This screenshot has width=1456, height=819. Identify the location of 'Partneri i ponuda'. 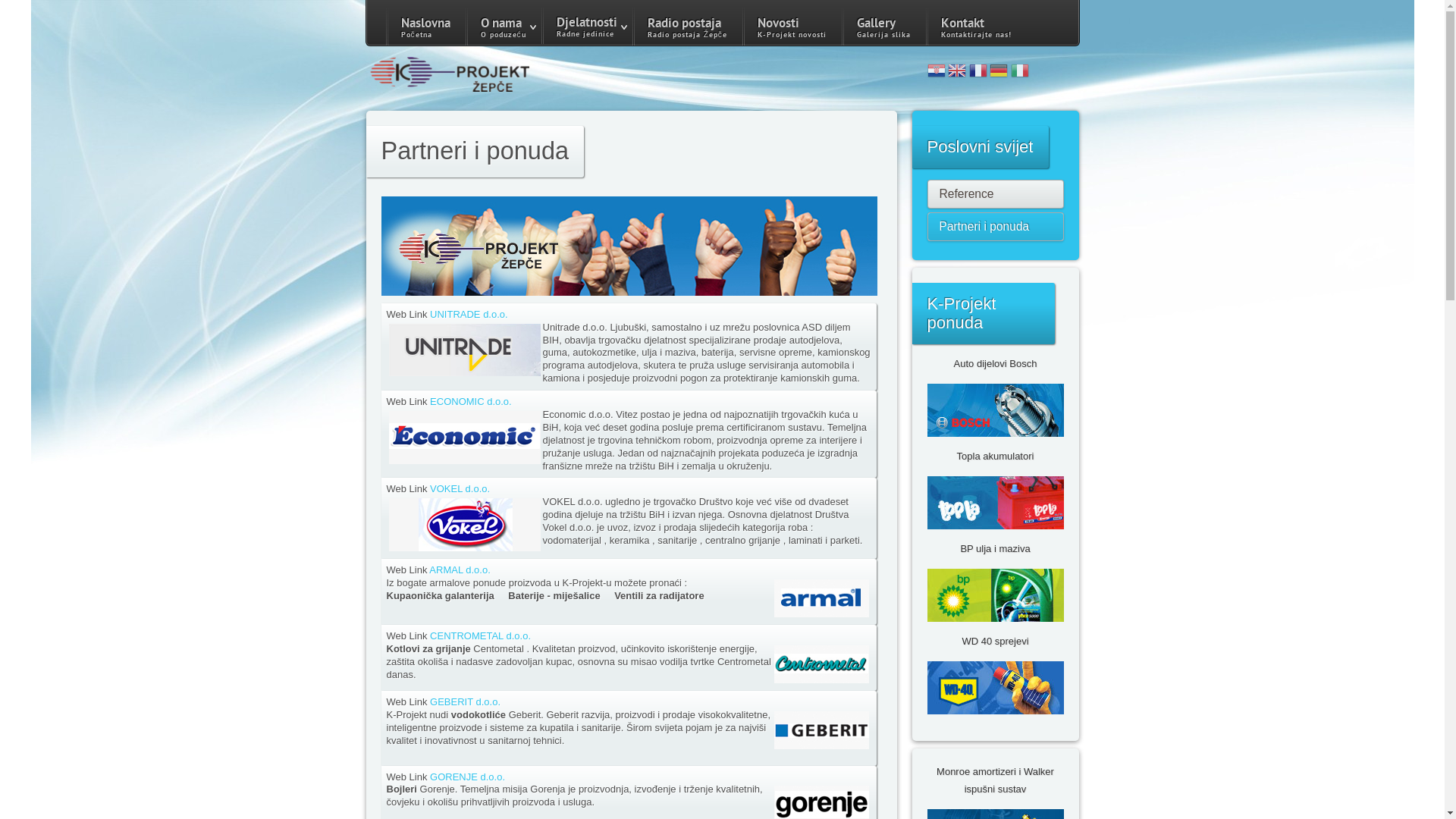
(996, 227).